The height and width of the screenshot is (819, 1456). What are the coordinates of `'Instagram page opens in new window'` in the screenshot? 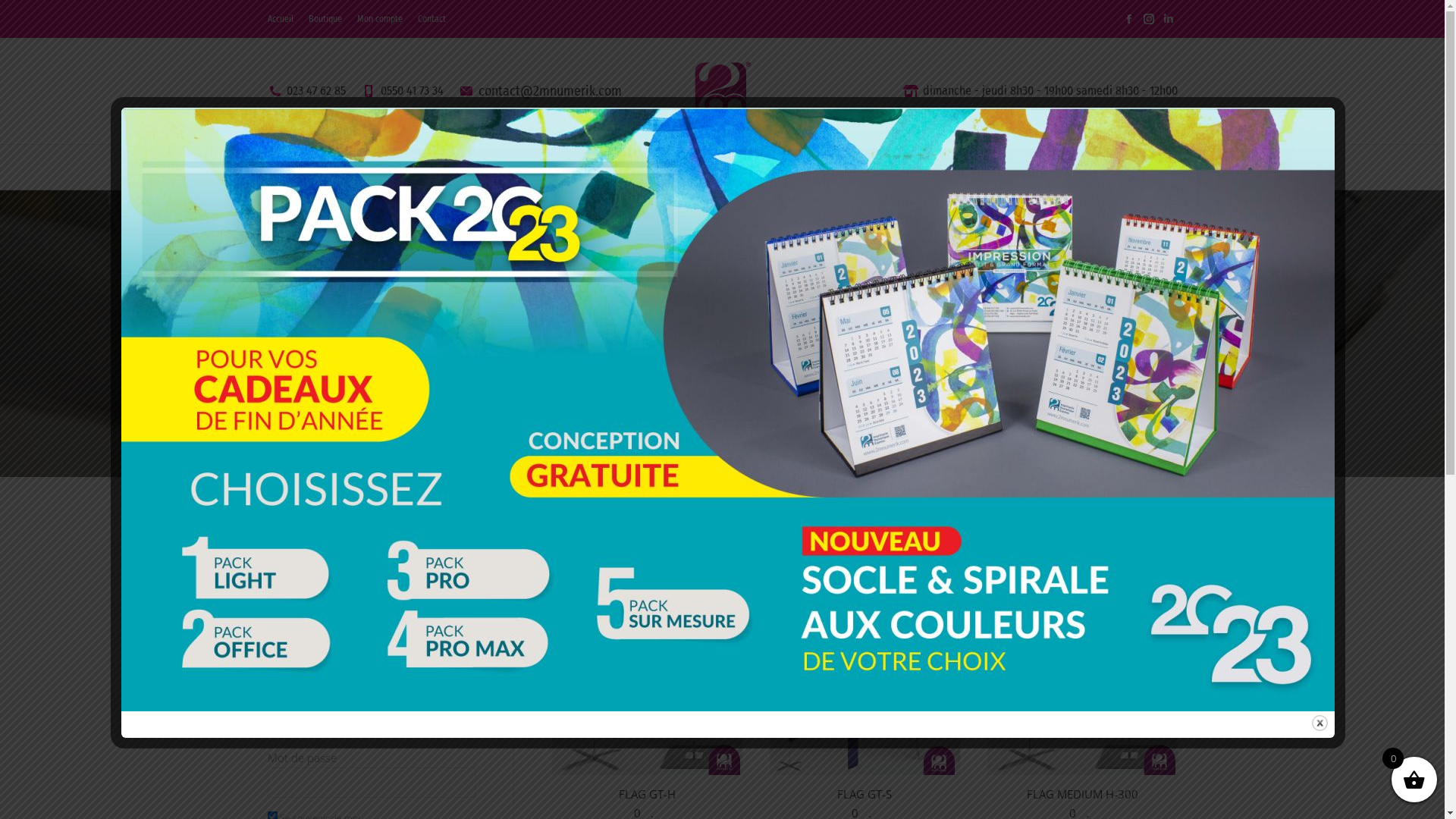 It's located at (1147, 18).